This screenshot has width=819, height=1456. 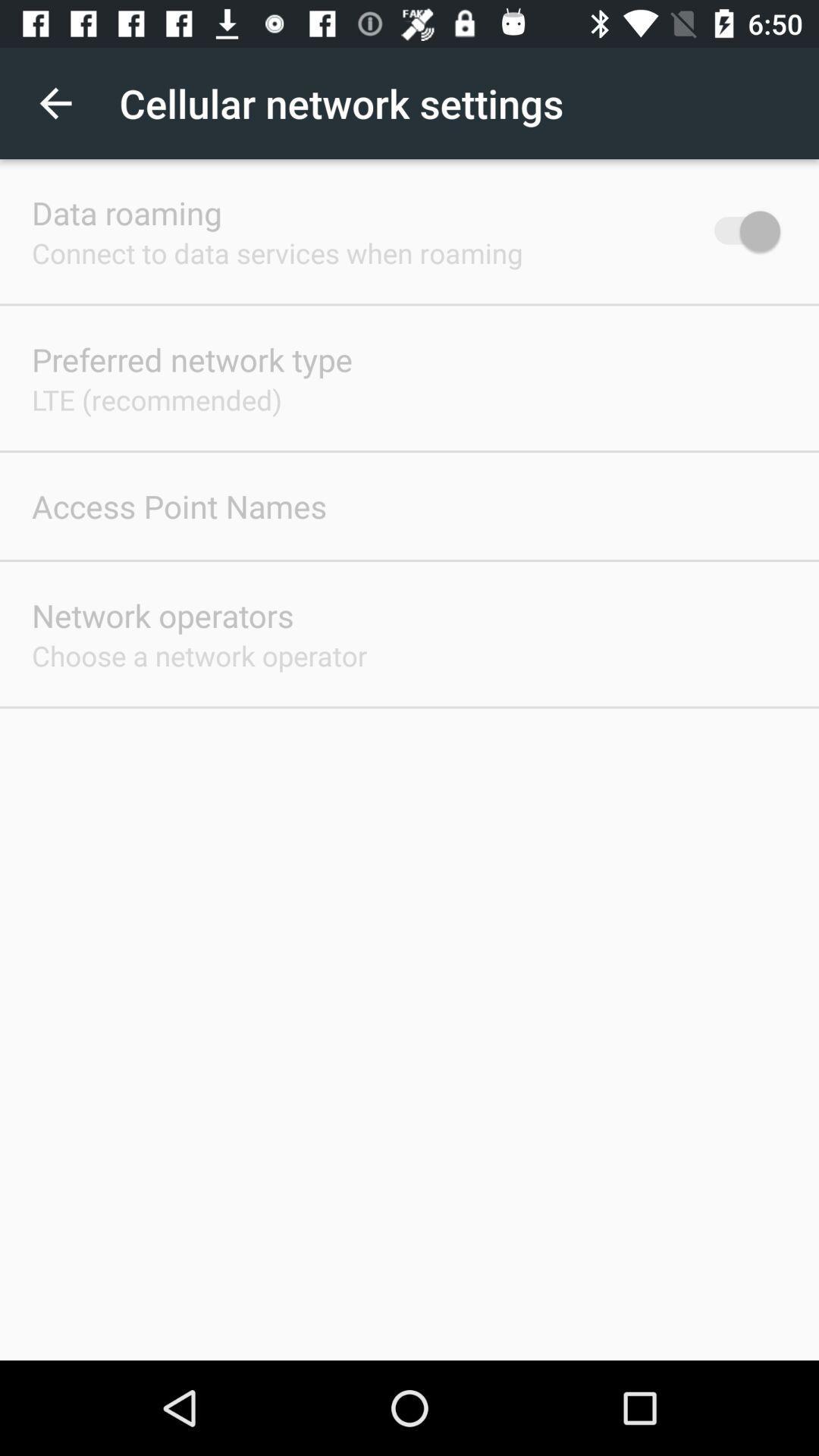 What do you see at coordinates (55, 102) in the screenshot?
I see `item above the data roaming item` at bounding box center [55, 102].